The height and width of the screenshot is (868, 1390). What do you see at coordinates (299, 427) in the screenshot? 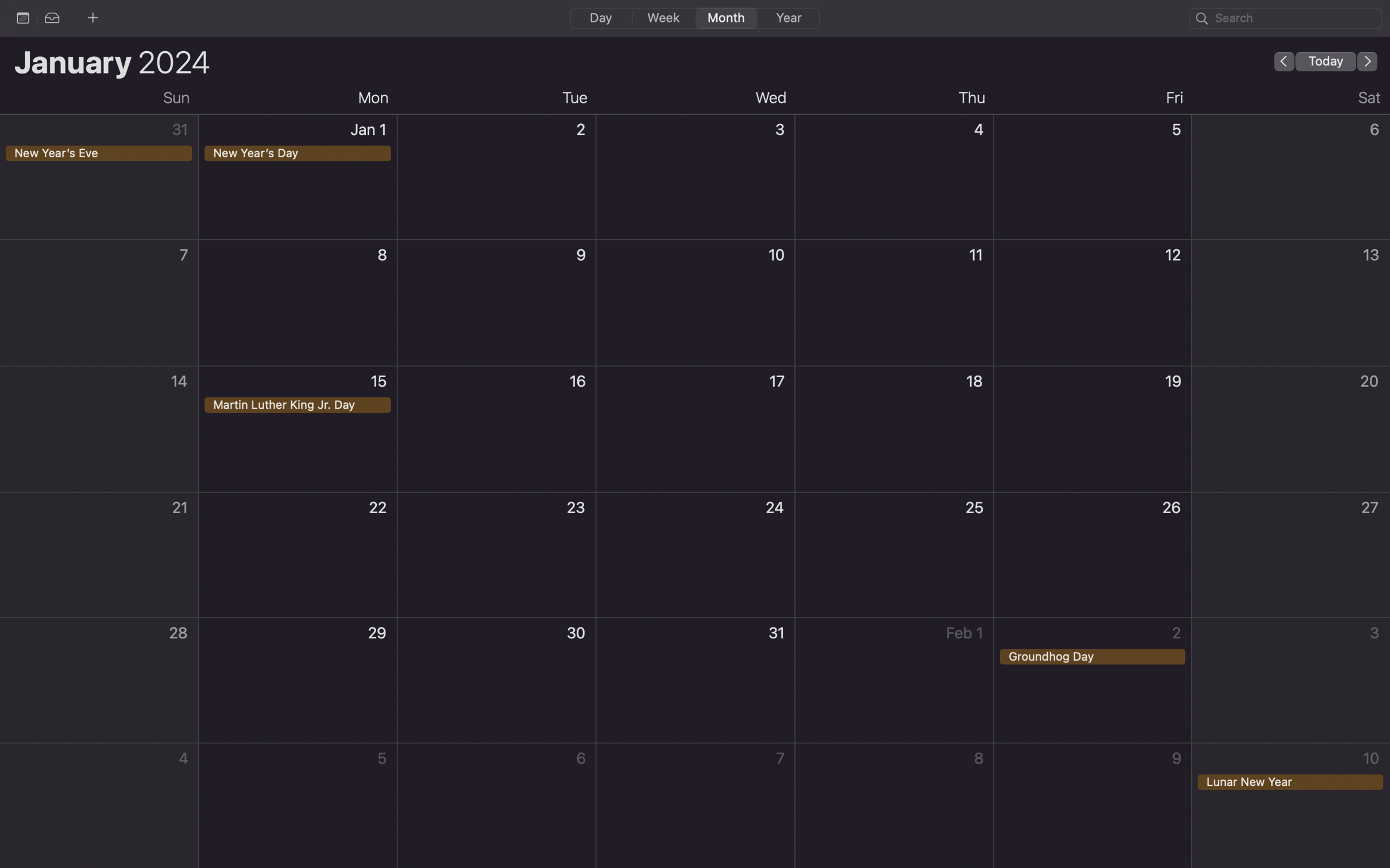
I see `Organize an event on Martin Luther King Jr Day` at bounding box center [299, 427].